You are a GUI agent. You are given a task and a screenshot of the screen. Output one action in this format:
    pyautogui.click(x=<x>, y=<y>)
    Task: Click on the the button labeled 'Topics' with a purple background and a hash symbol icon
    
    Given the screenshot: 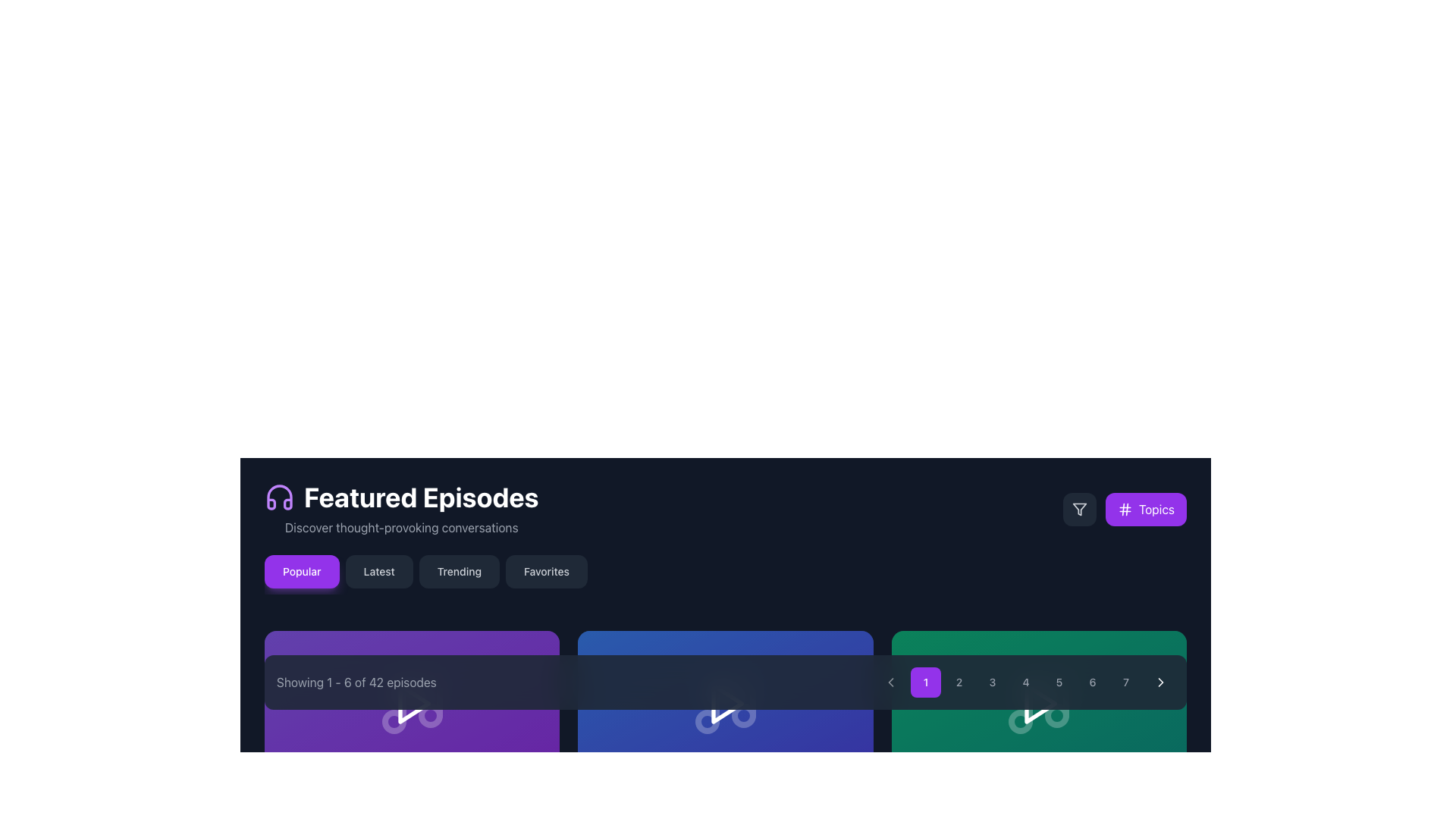 What is the action you would take?
    pyautogui.click(x=1146, y=509)
    